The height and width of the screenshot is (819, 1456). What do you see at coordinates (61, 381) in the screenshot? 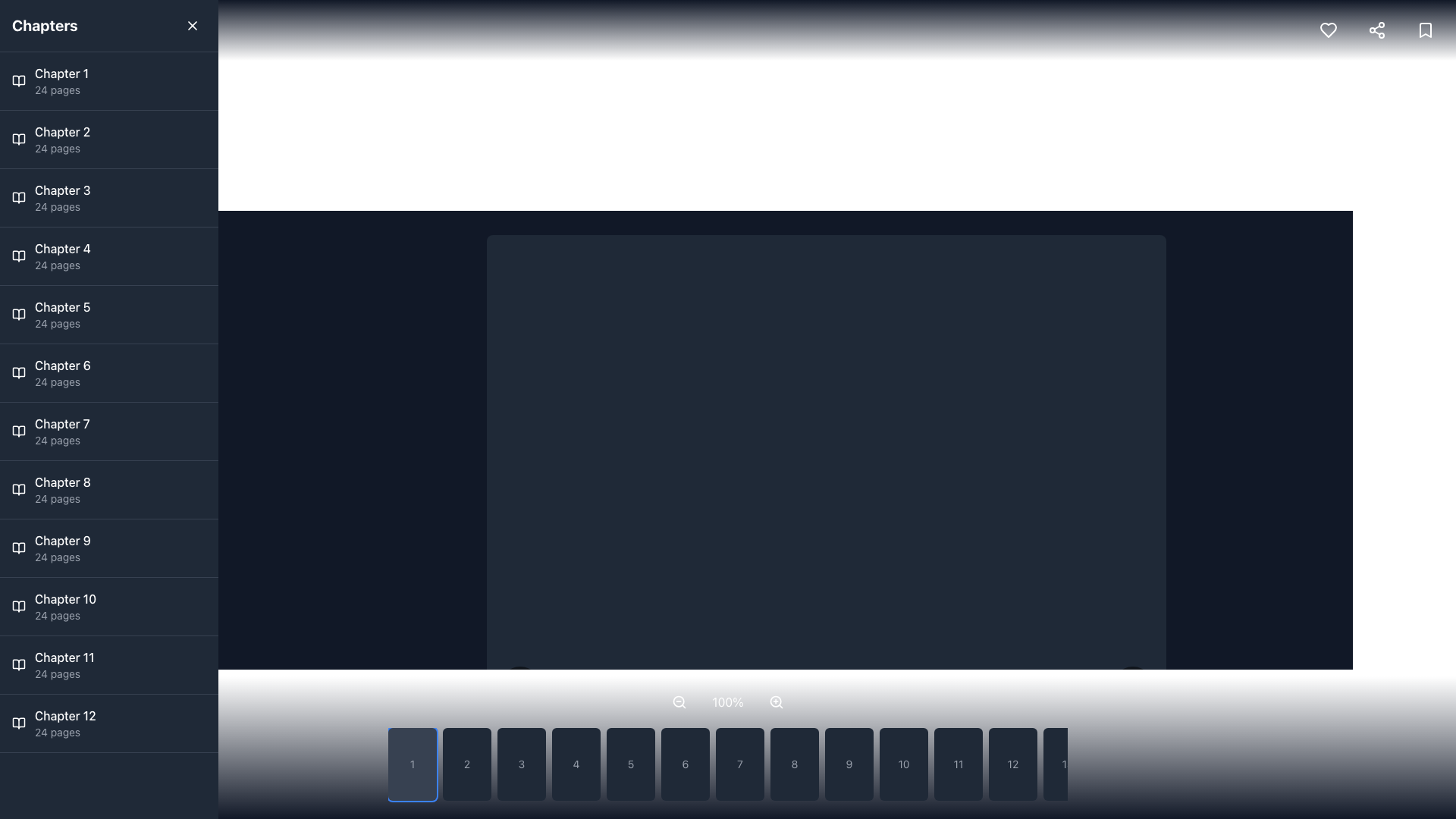
I see `the non-interactive text label indicating the number of pages in 'Chapter 6', which is positioned in the sidebar, second line beneath the chapter title` at bounding box center [61, 381].